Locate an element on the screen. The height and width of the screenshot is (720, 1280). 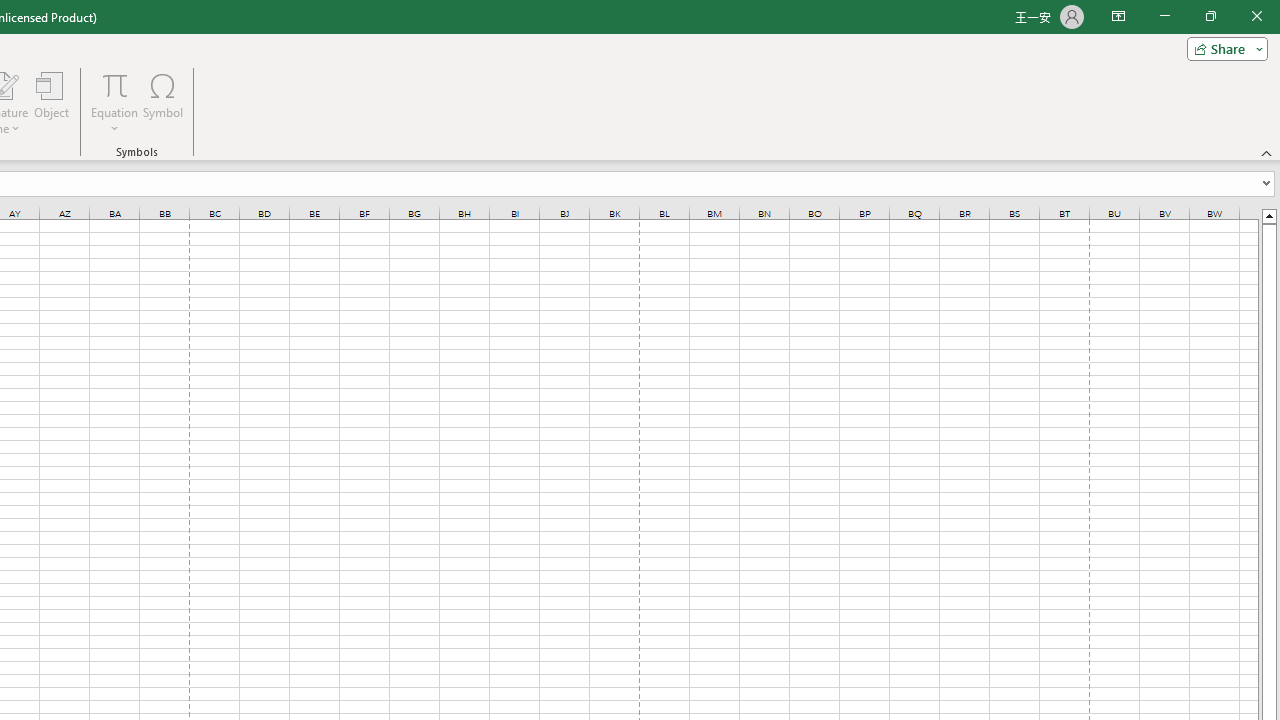
'Symbol...' is located at coordinates (163, 103).